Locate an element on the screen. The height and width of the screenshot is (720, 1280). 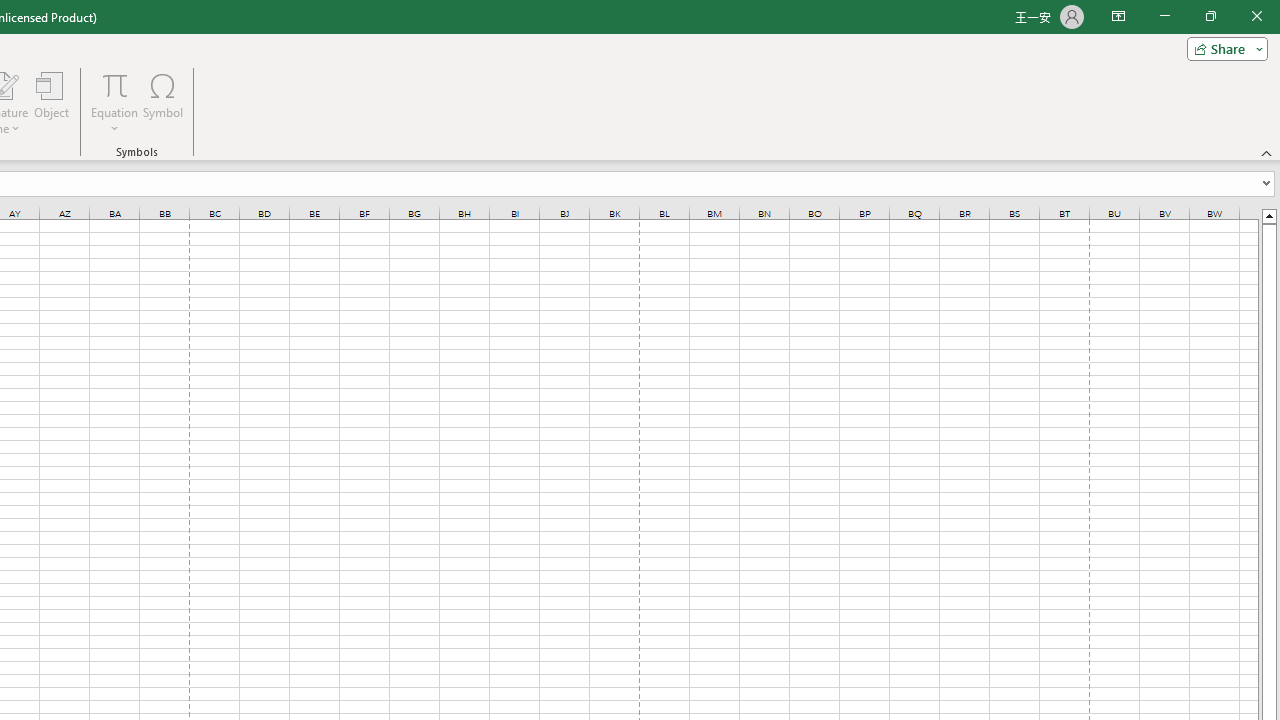
'Symbol...' is located at coordinates (163, 103).